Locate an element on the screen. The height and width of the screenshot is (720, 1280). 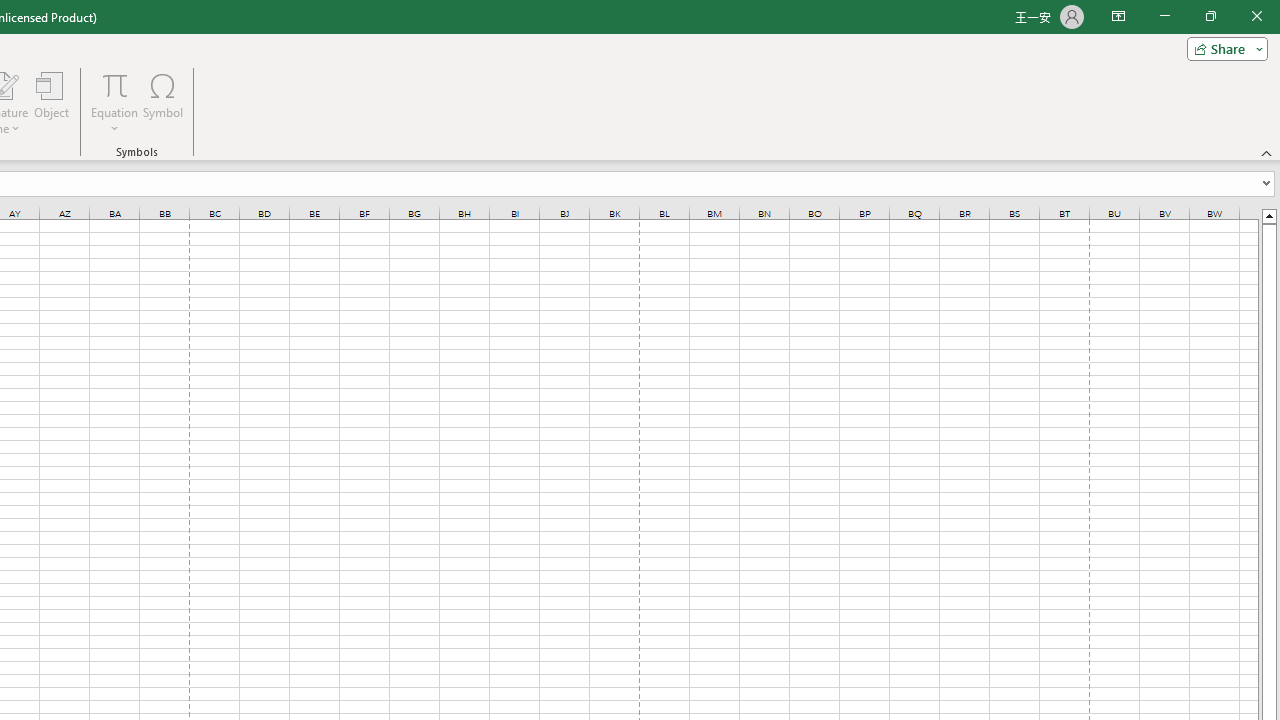
'Symbol...' is located at coordinates (163, 103).